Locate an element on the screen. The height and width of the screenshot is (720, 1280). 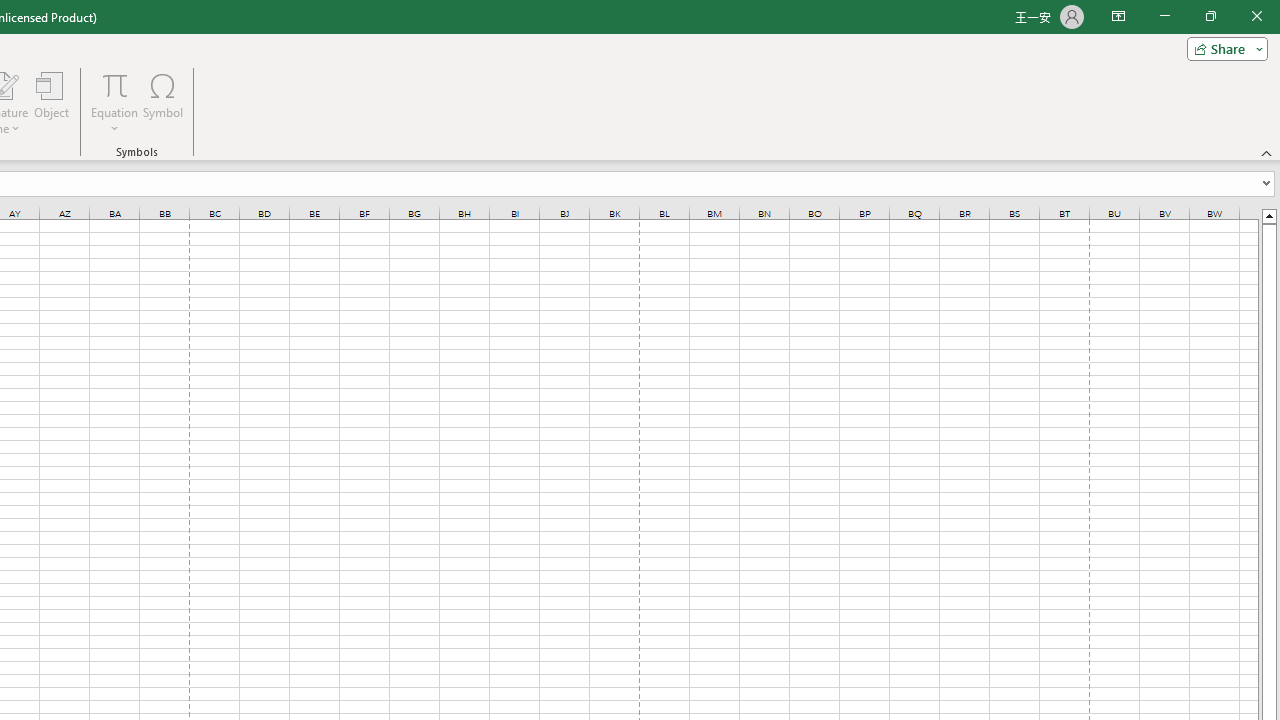
'Symbol...' is located at coordinates (163, 103).